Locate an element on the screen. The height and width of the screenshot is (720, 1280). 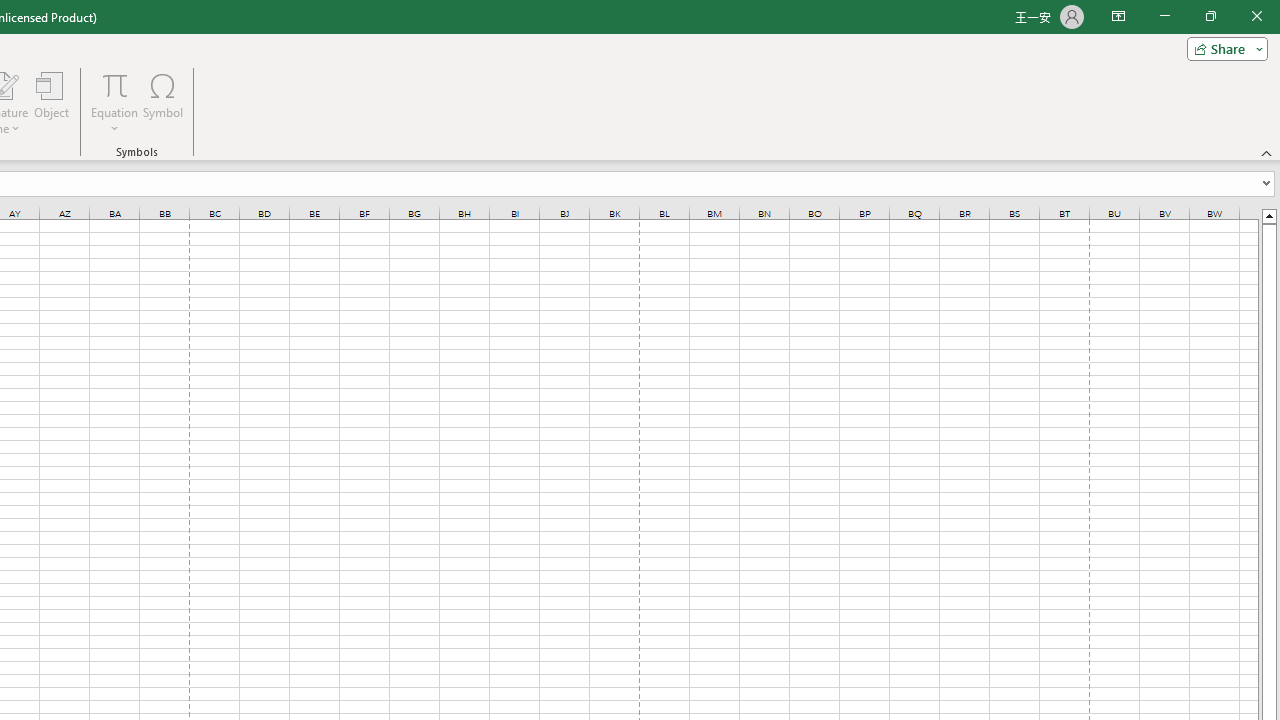
'Symbol...' is located at coordinates (163, 103).